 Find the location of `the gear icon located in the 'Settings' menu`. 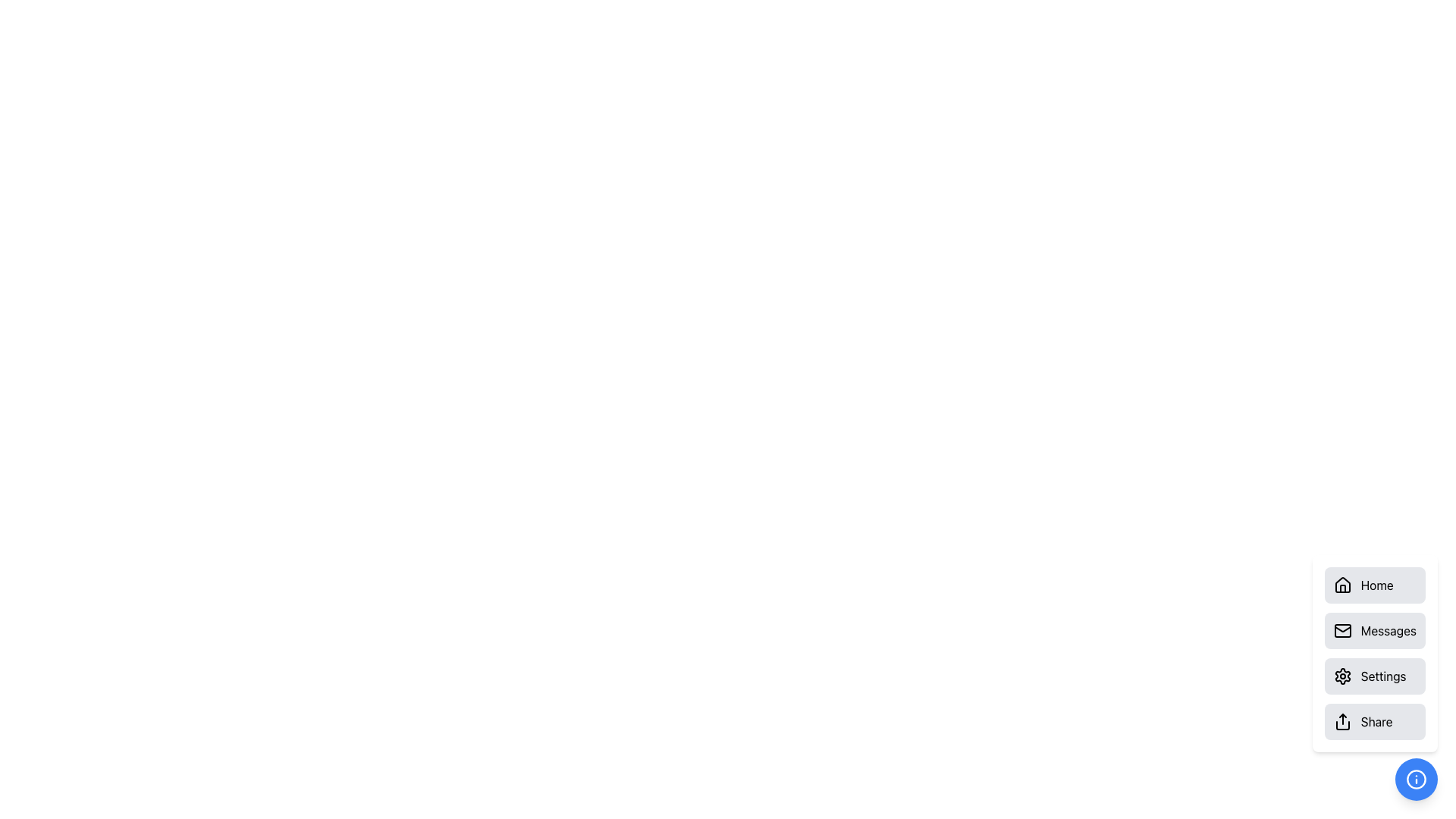

the gear icon located in the 'Settings' menu is located at coordinates (1342, 675).